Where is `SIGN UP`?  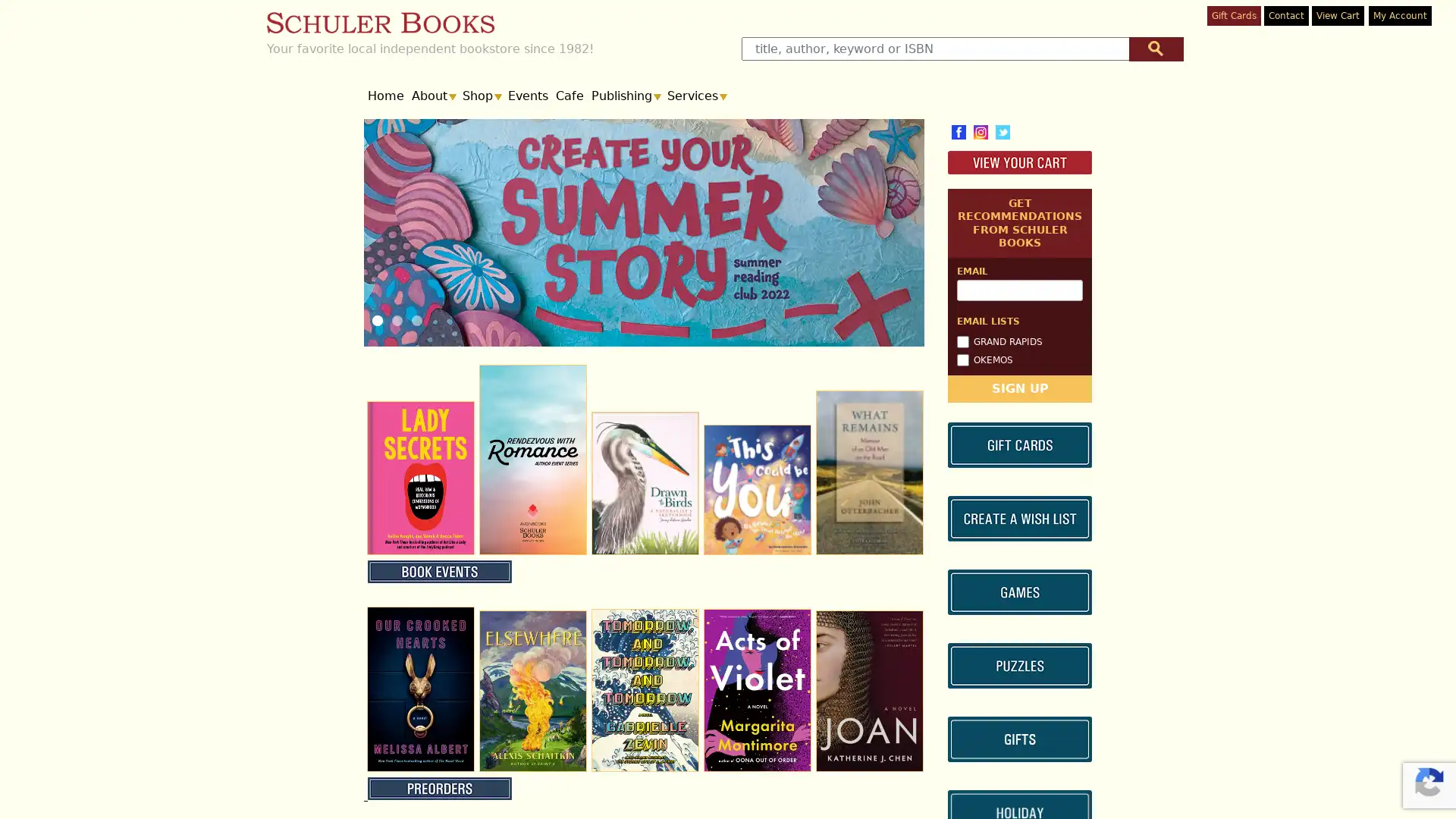 SIGN UP is located at coordinates (1019, 517).